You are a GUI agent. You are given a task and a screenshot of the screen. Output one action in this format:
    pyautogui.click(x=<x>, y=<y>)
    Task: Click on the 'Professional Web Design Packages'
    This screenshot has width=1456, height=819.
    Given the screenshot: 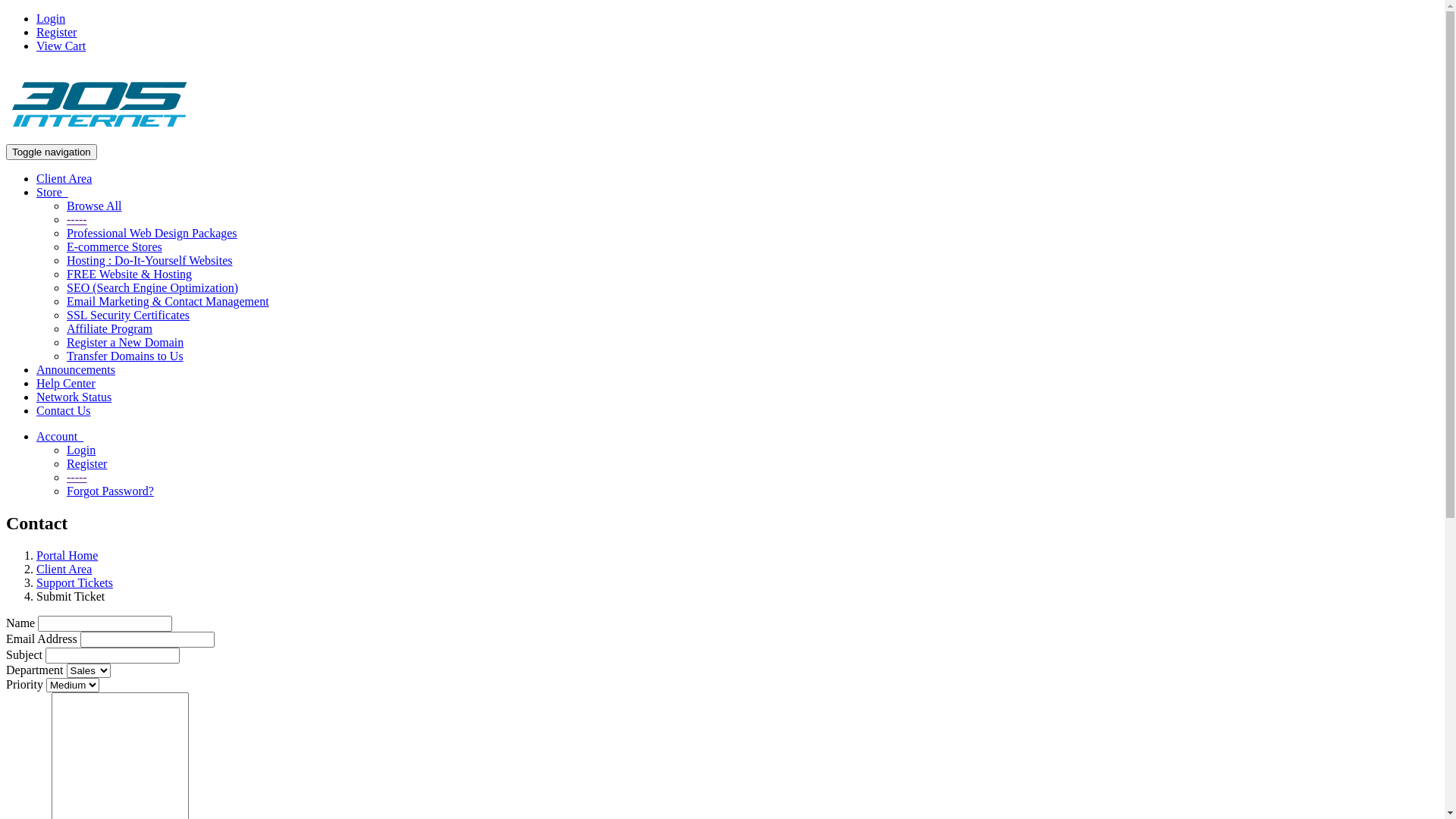 What is the action you would take?
    pyautogui.click(x=152, y=233)
    